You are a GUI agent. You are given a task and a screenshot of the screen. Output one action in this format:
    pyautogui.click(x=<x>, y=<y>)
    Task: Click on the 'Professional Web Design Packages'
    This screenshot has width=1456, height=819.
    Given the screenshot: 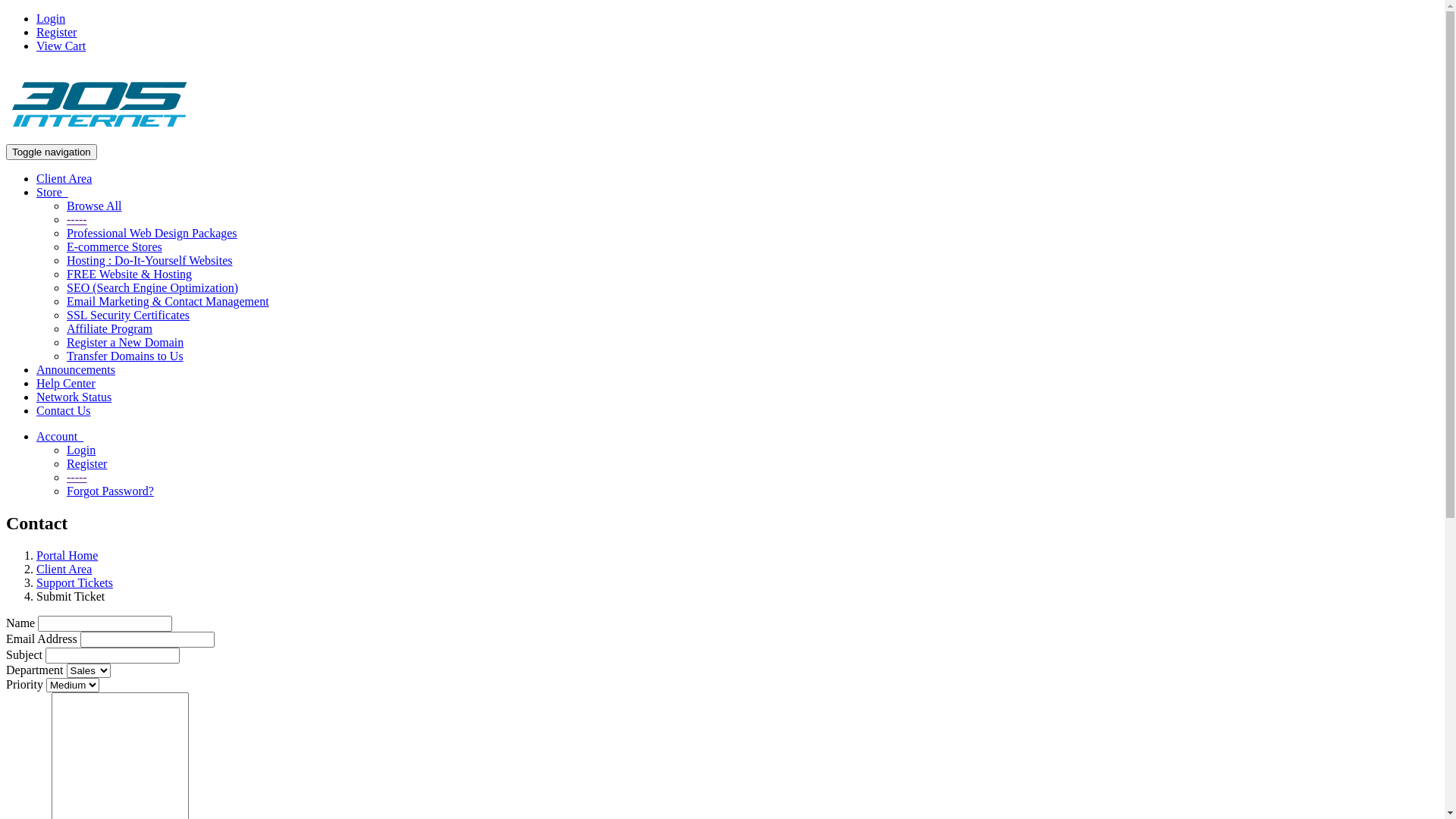 What is the action you would take?
    pyautogui.click(x=152, y=233)
    